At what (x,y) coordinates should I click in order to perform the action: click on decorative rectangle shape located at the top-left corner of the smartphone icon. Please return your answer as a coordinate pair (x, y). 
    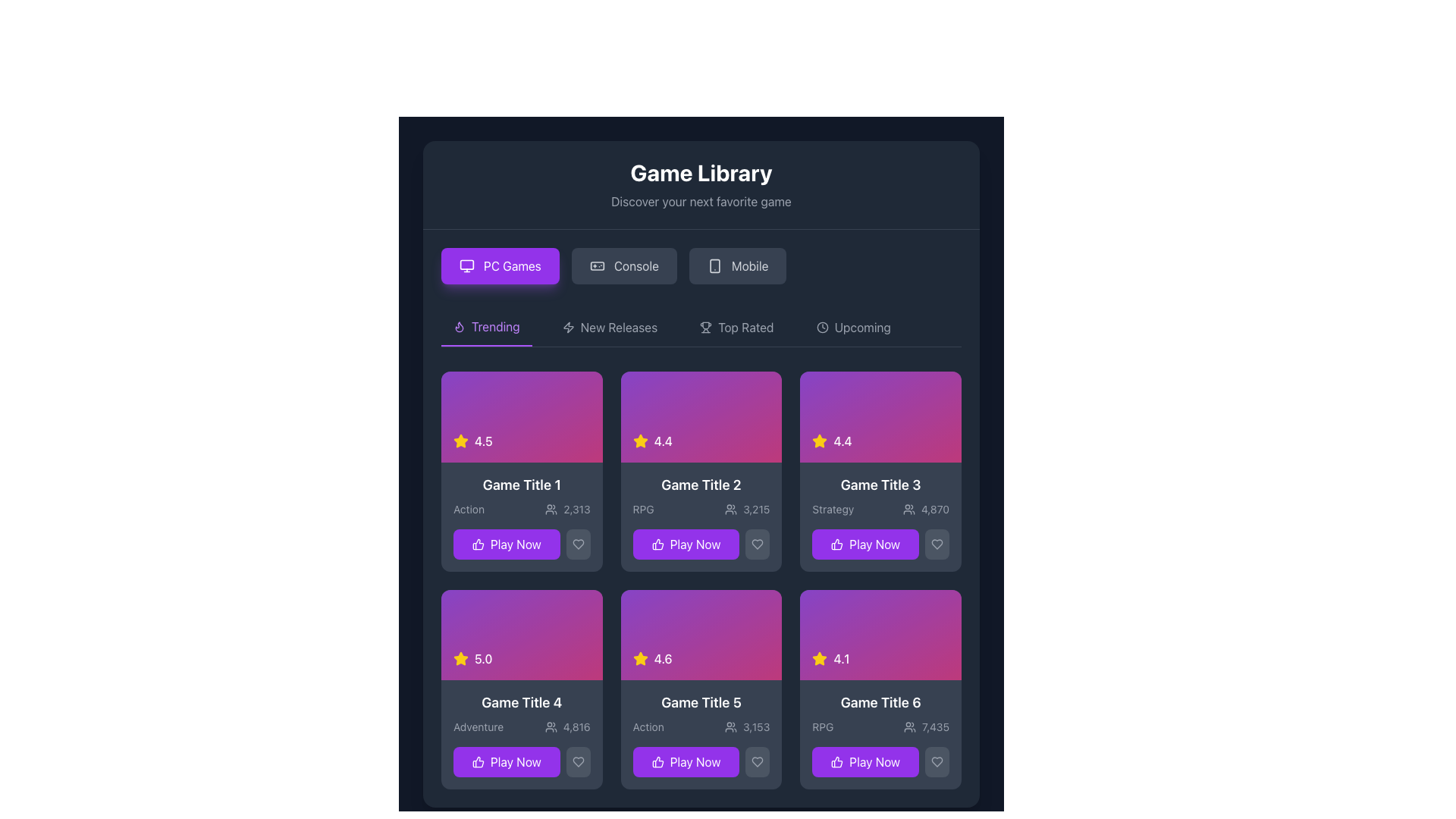
    Looking at the image, I should click on (714, 265).